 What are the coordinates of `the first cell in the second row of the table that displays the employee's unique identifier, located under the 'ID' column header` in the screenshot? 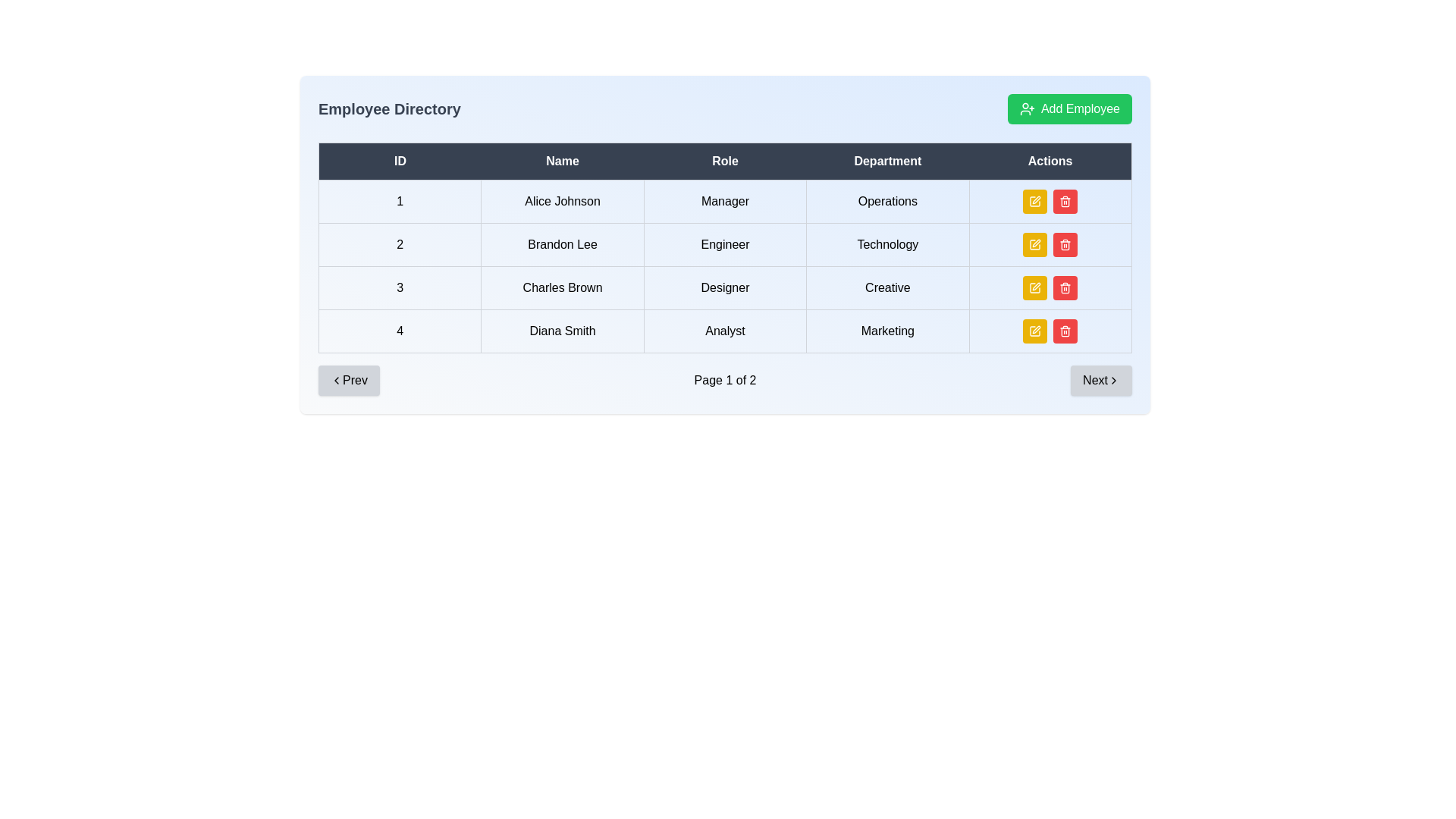 It's located at (400, 244).